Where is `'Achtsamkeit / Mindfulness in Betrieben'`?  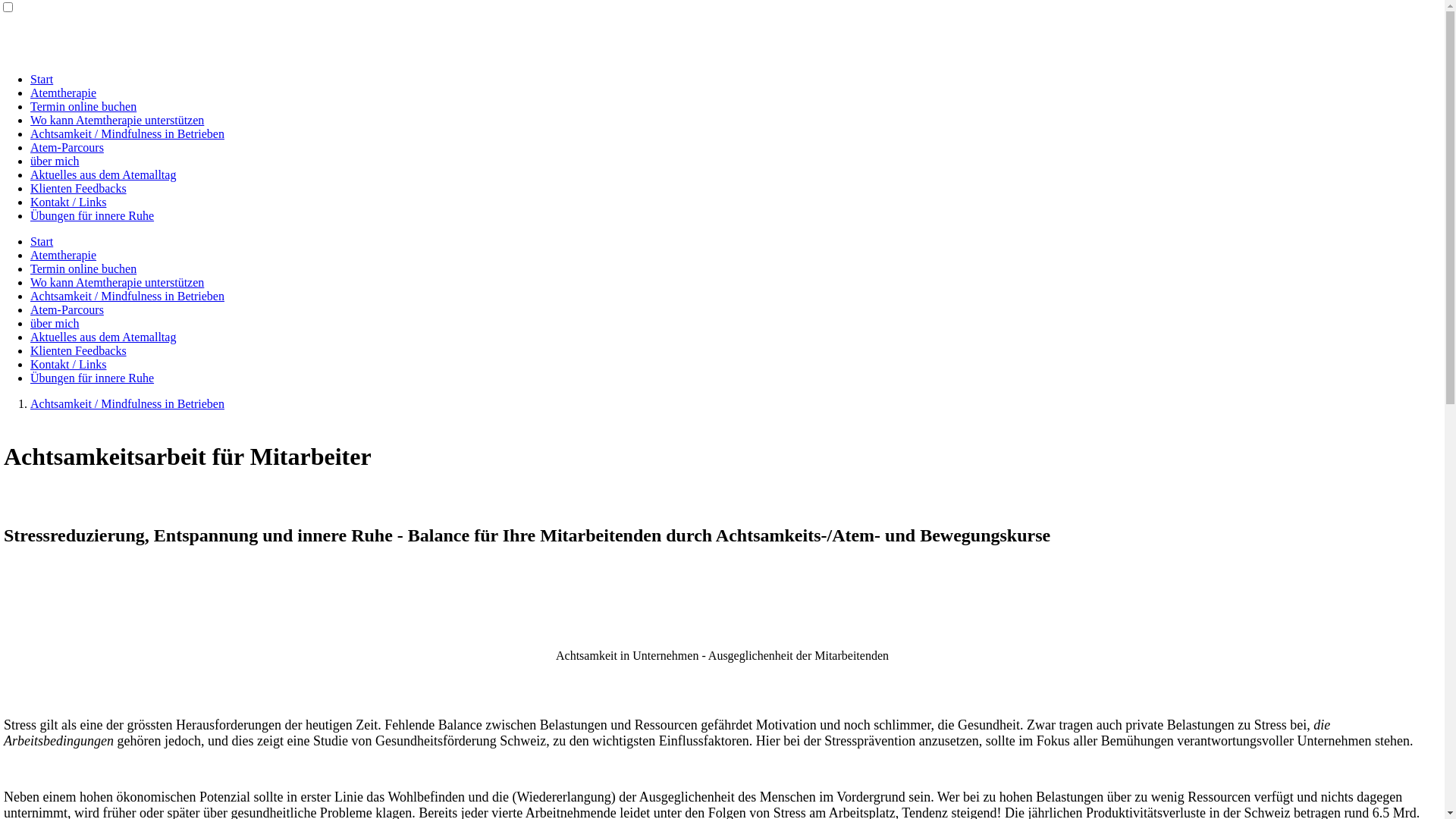 'Achtsamkeit / Mindfulness in Betrieben' is located at coordinates (127, 403).